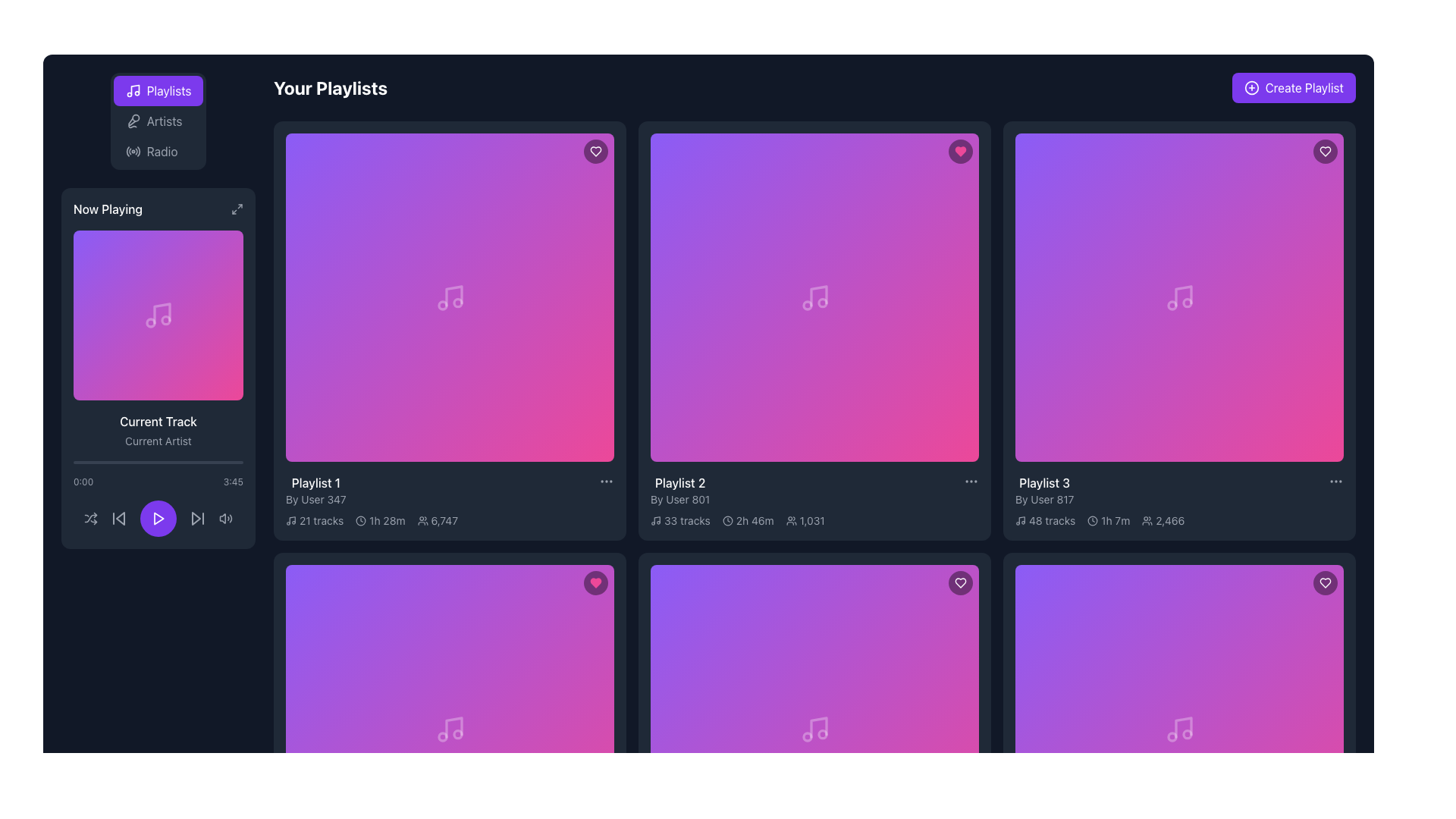 The image size is (1456, 819). Describe the element at coordinates (607, 482) in the screenshot. I see `the button displaying an ellipsis symbol (three horizontally aligned dots) located at the top-right corner of the 'Playlist 1' tile` at that location.